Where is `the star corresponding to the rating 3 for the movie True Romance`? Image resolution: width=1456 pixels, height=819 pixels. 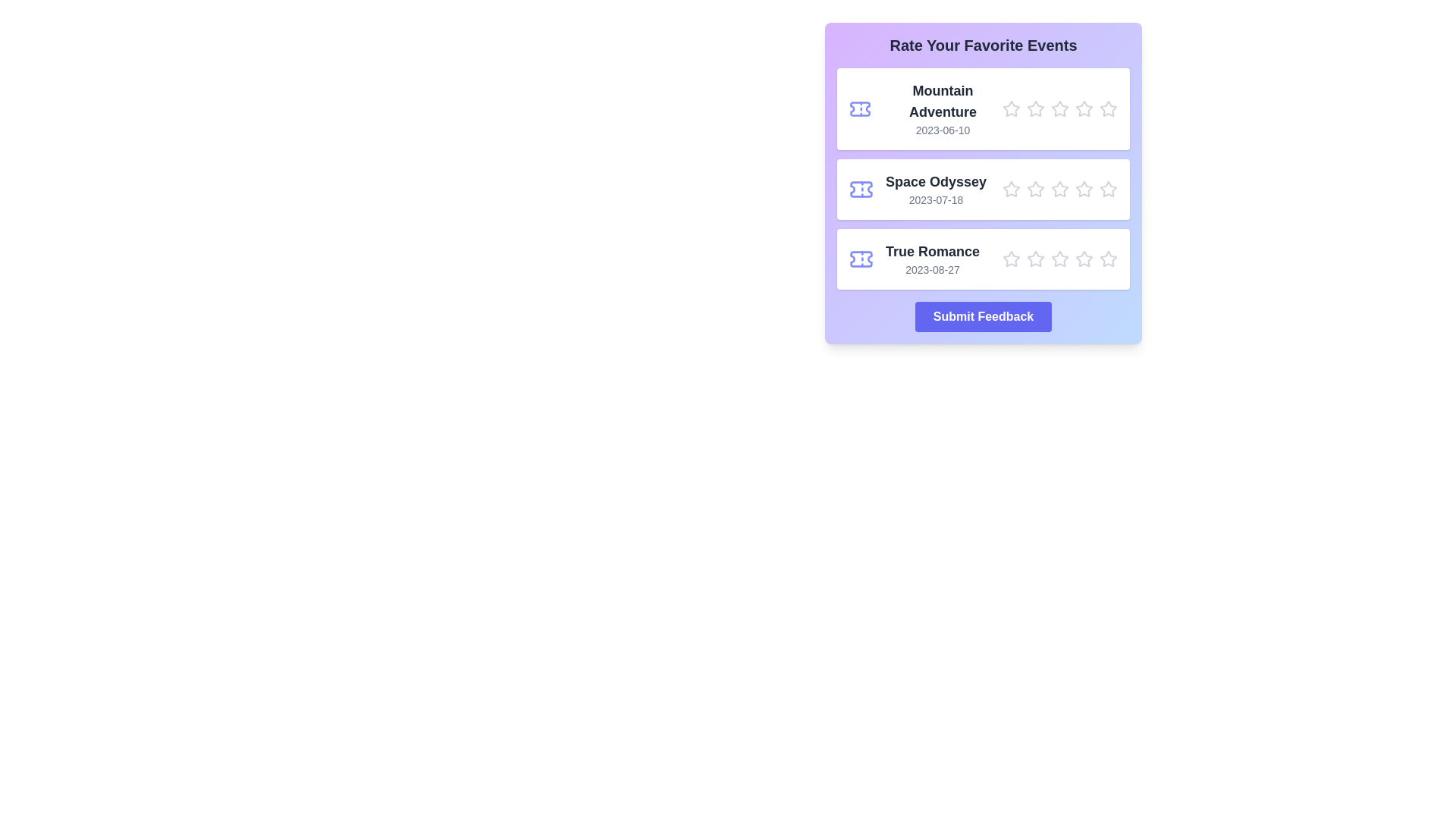
the star corresponding to the rating 3 for the movie True Romance is located at coordinates (1059, 259).